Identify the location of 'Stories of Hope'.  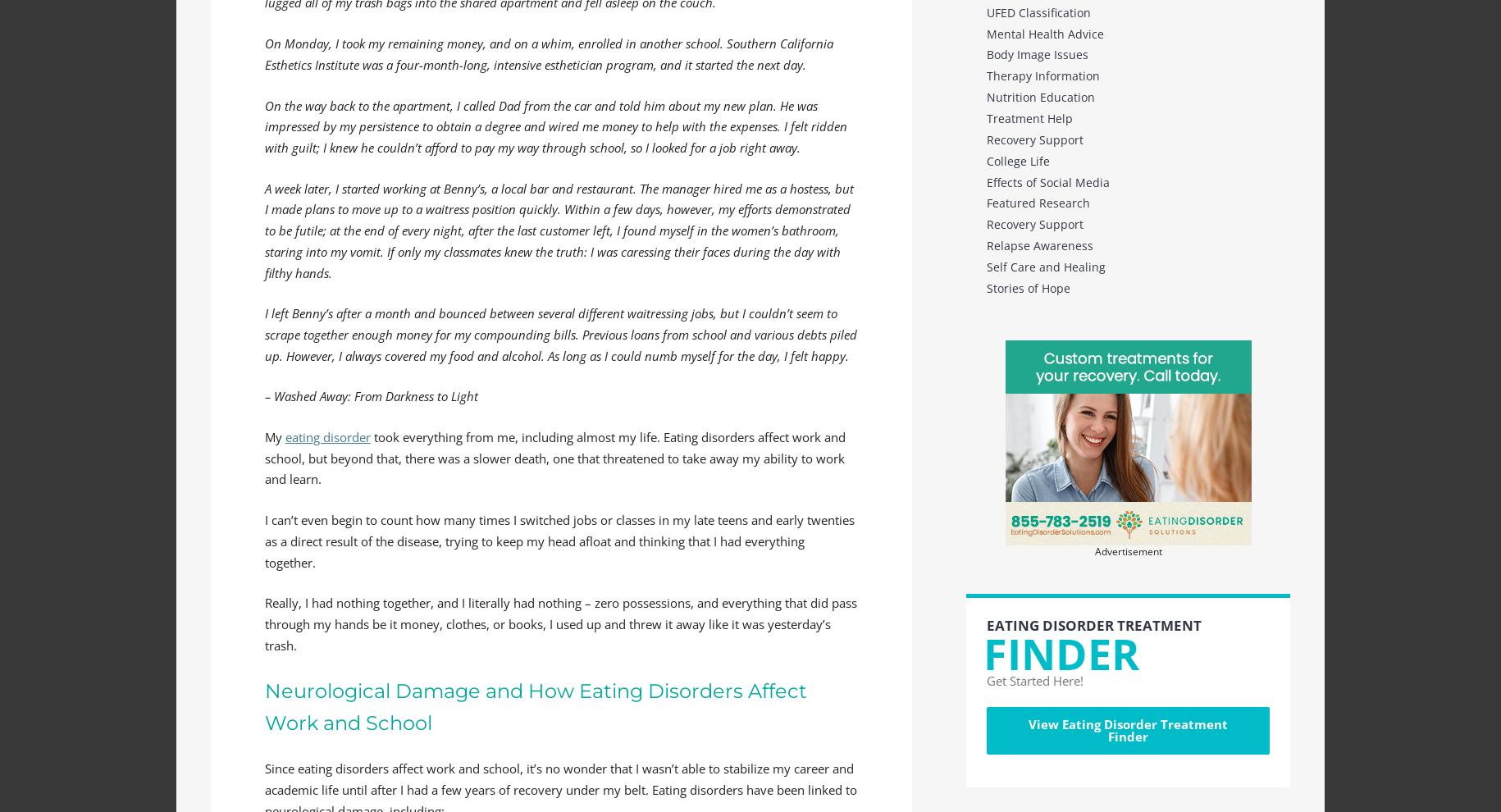
(987, 287).